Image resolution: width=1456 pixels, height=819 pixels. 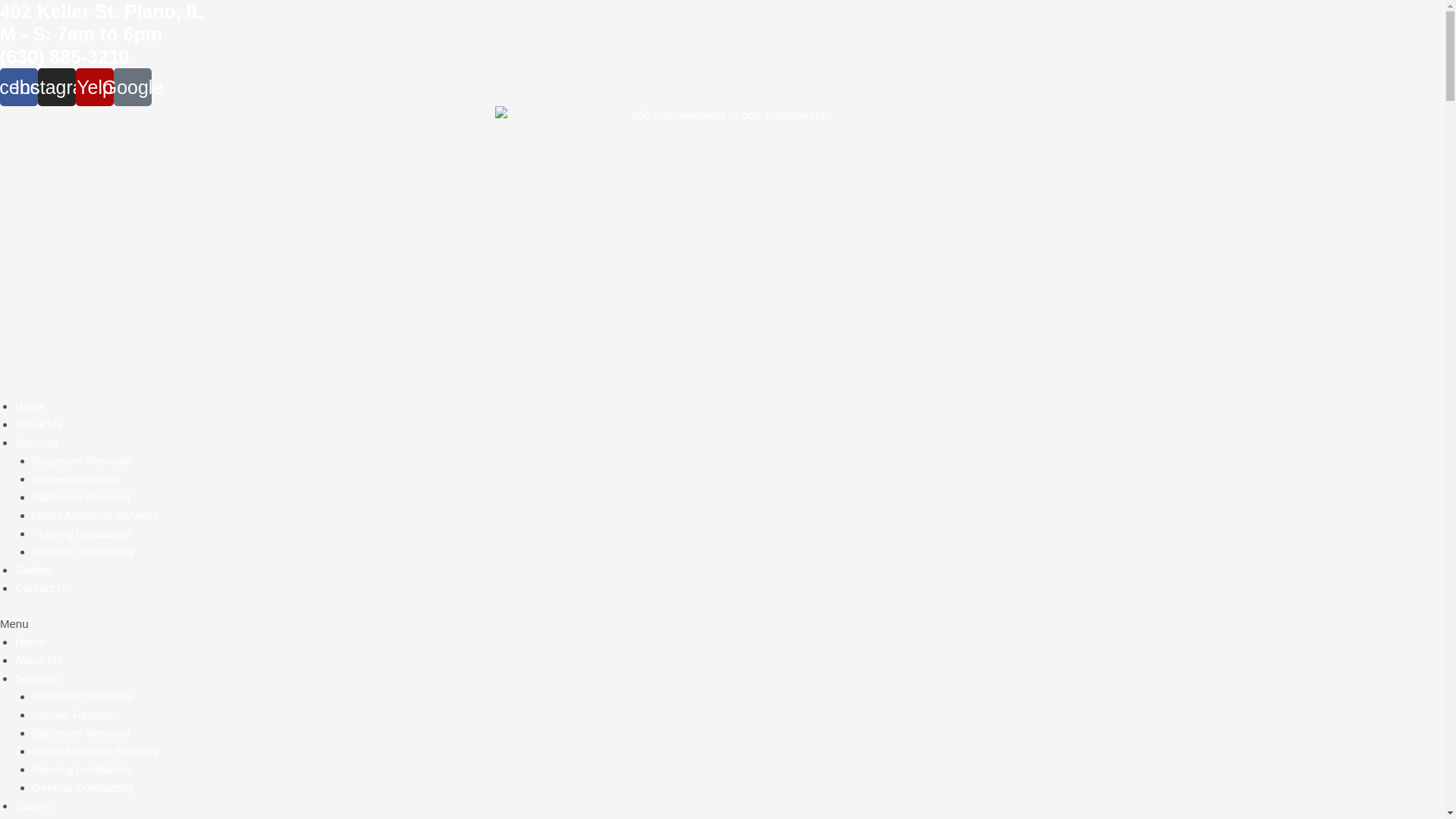 I want to click on 'Bathroom Remodel', so click(x=80, y=732).